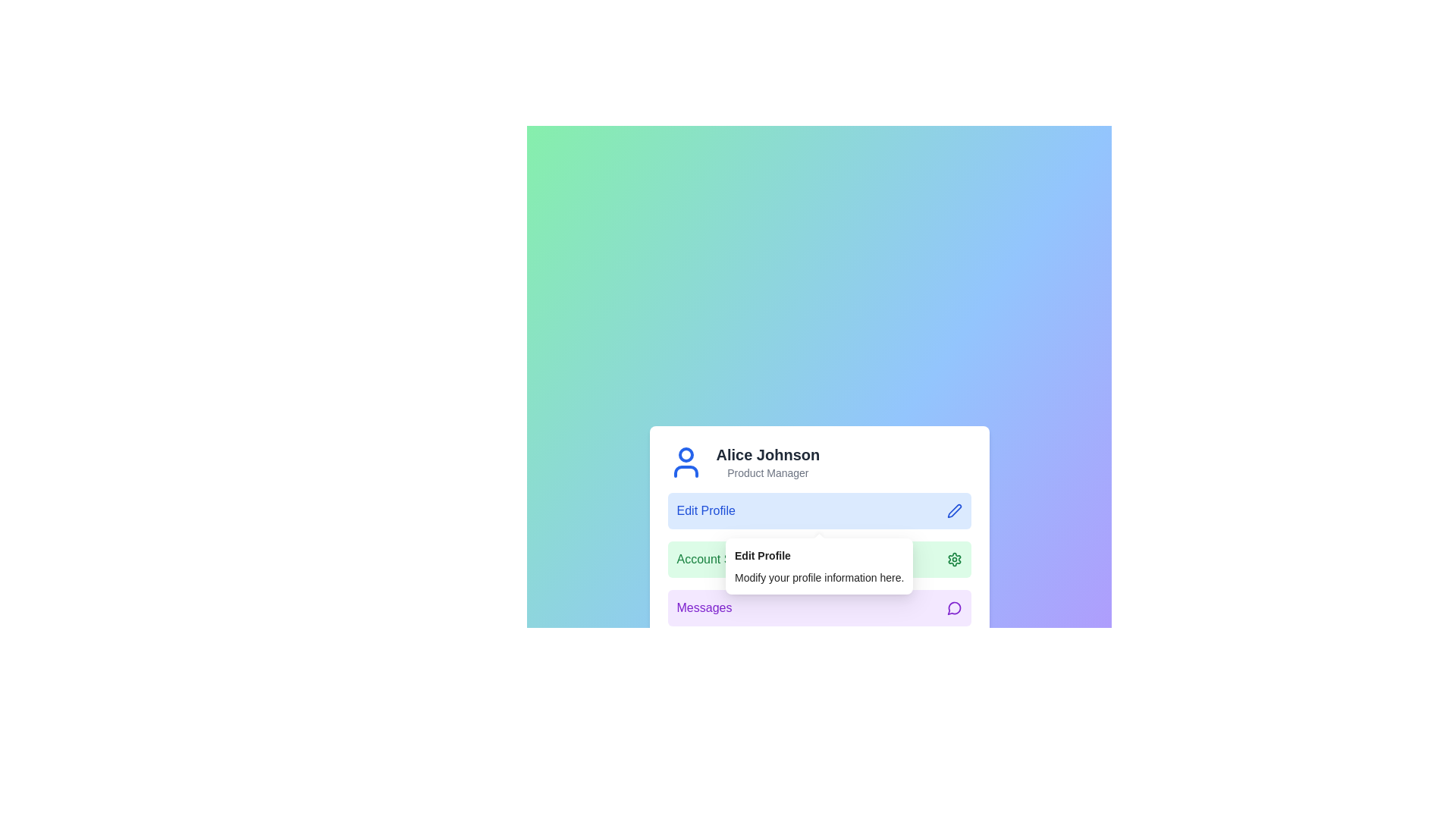 This screenshot has width=1456, height=819. What do you see at coordinates (721, 559) in the screenshot?
I see `the 'Account Settings' text label` at bounding box center [721, 559].